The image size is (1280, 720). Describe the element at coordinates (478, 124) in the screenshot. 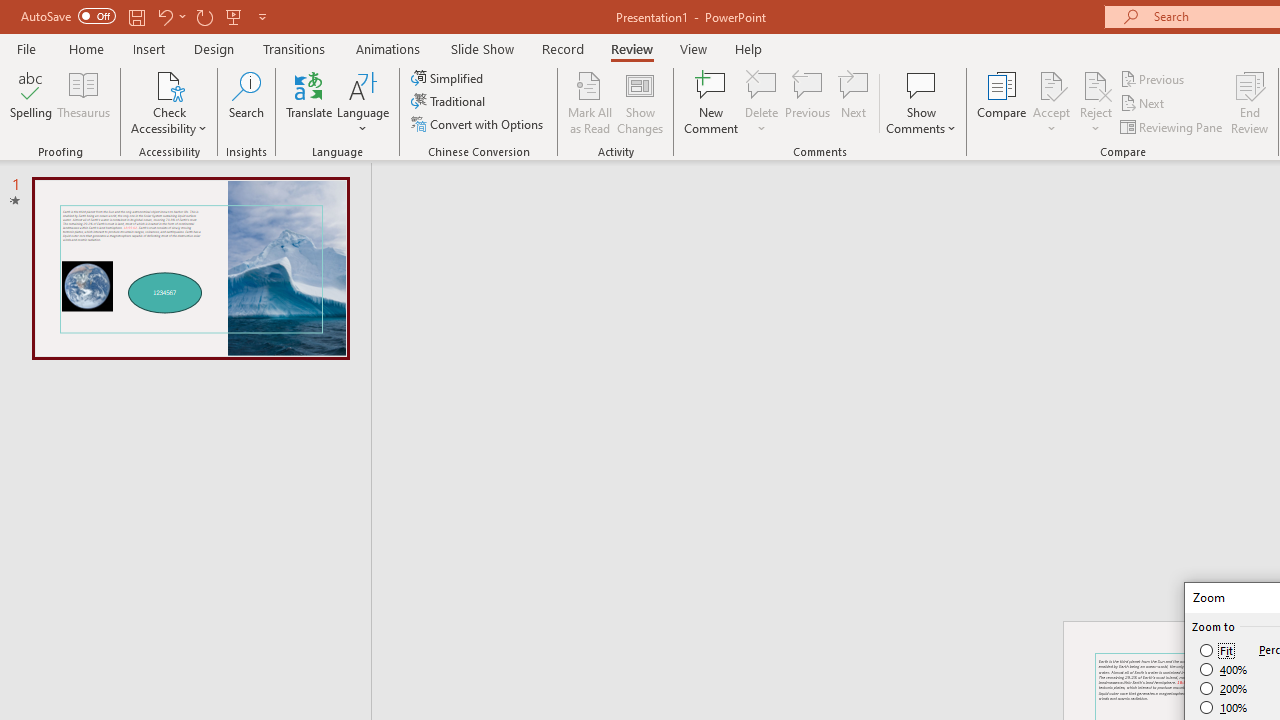

I see `'Convert with Options...'` at that location.